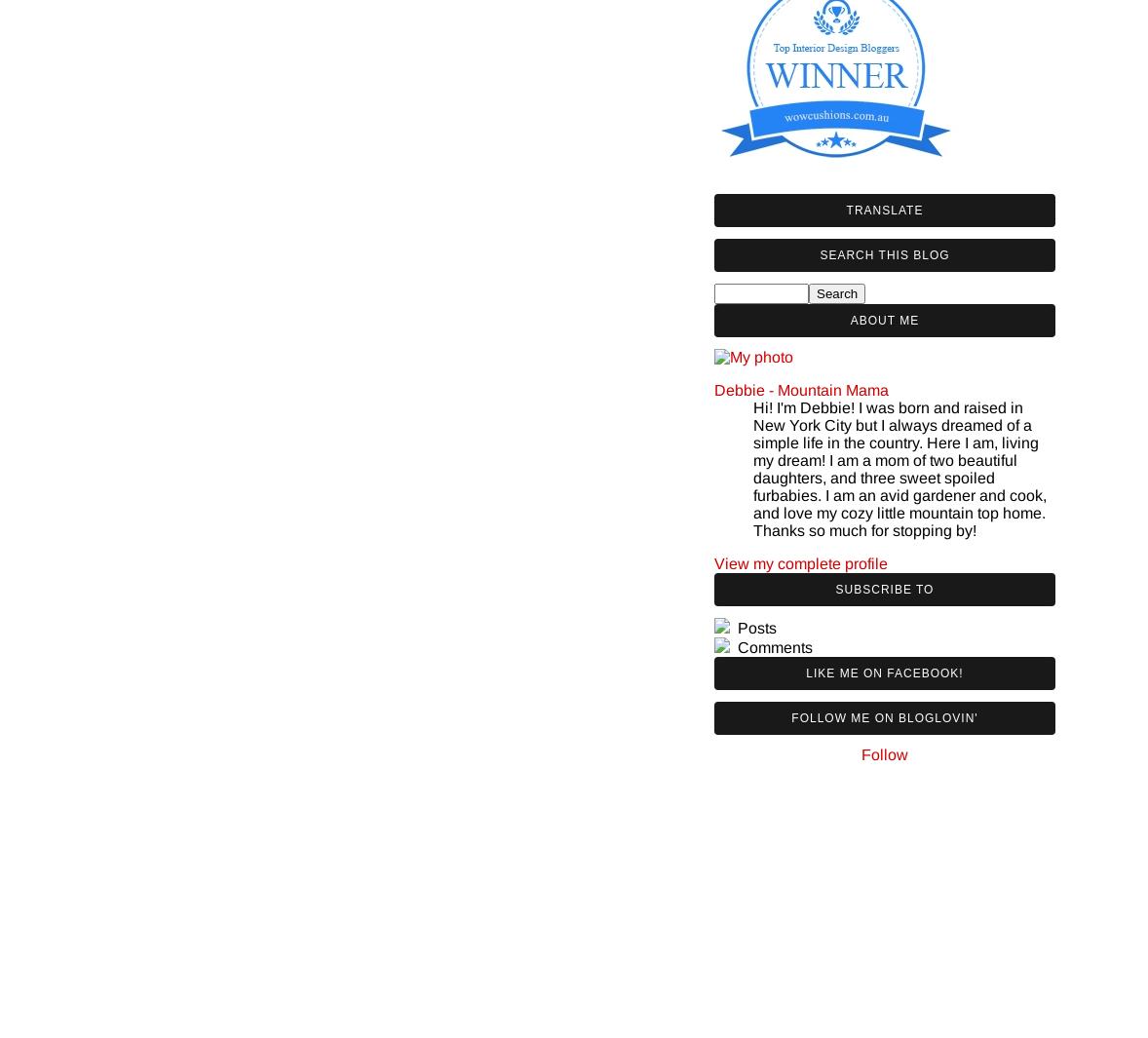  What do you see at coordinates (712, 388) in the screenshot?
I see `'Debbie - Mountain Mama'` at bounding box center [712, 388].